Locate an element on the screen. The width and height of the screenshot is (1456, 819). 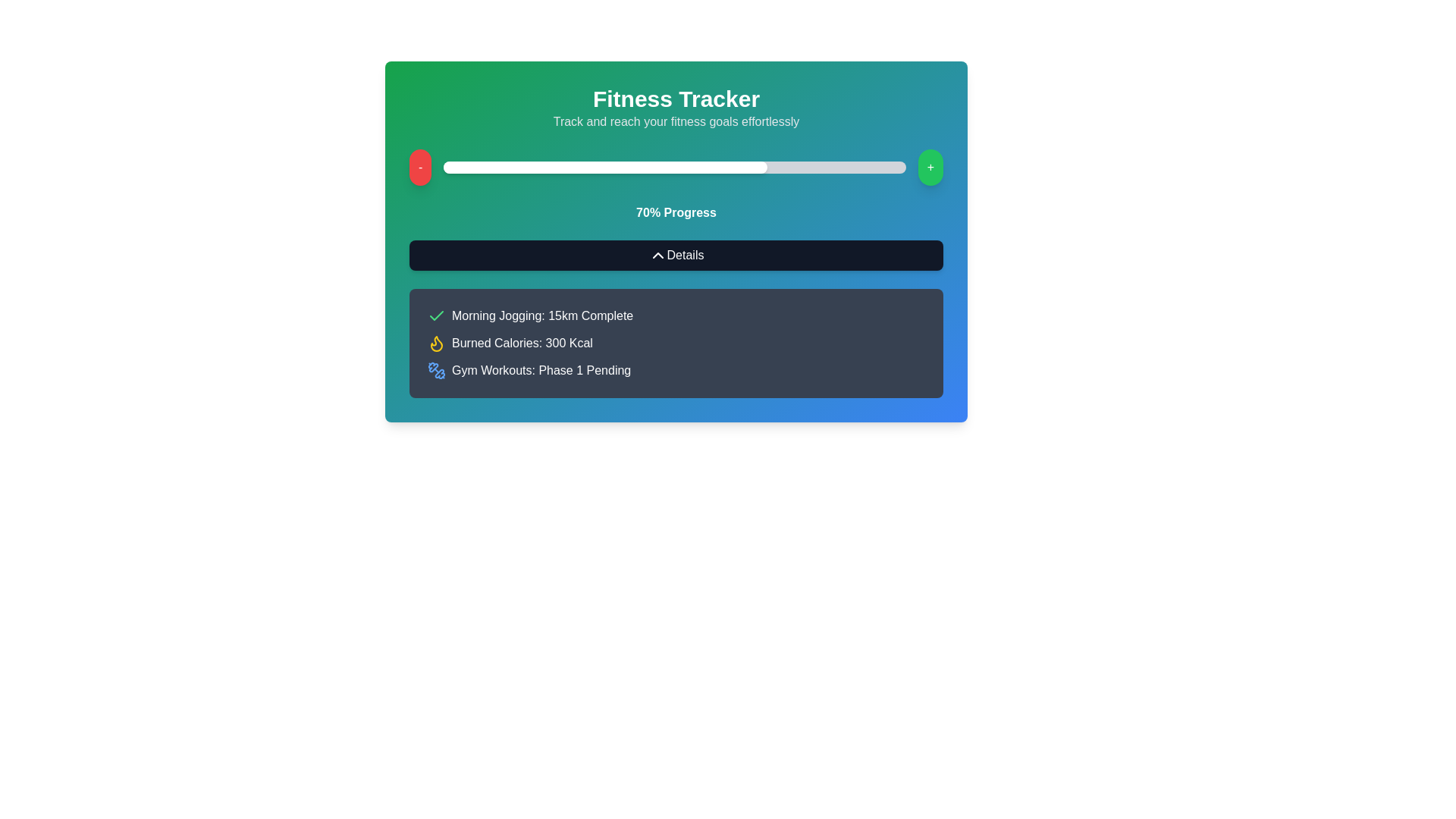
information displayed in the list of texts with accompanying icons, which details user’s fitness activities including completed and pending activities, calories burned, and exercise phases is located at coordinates (676, 343).